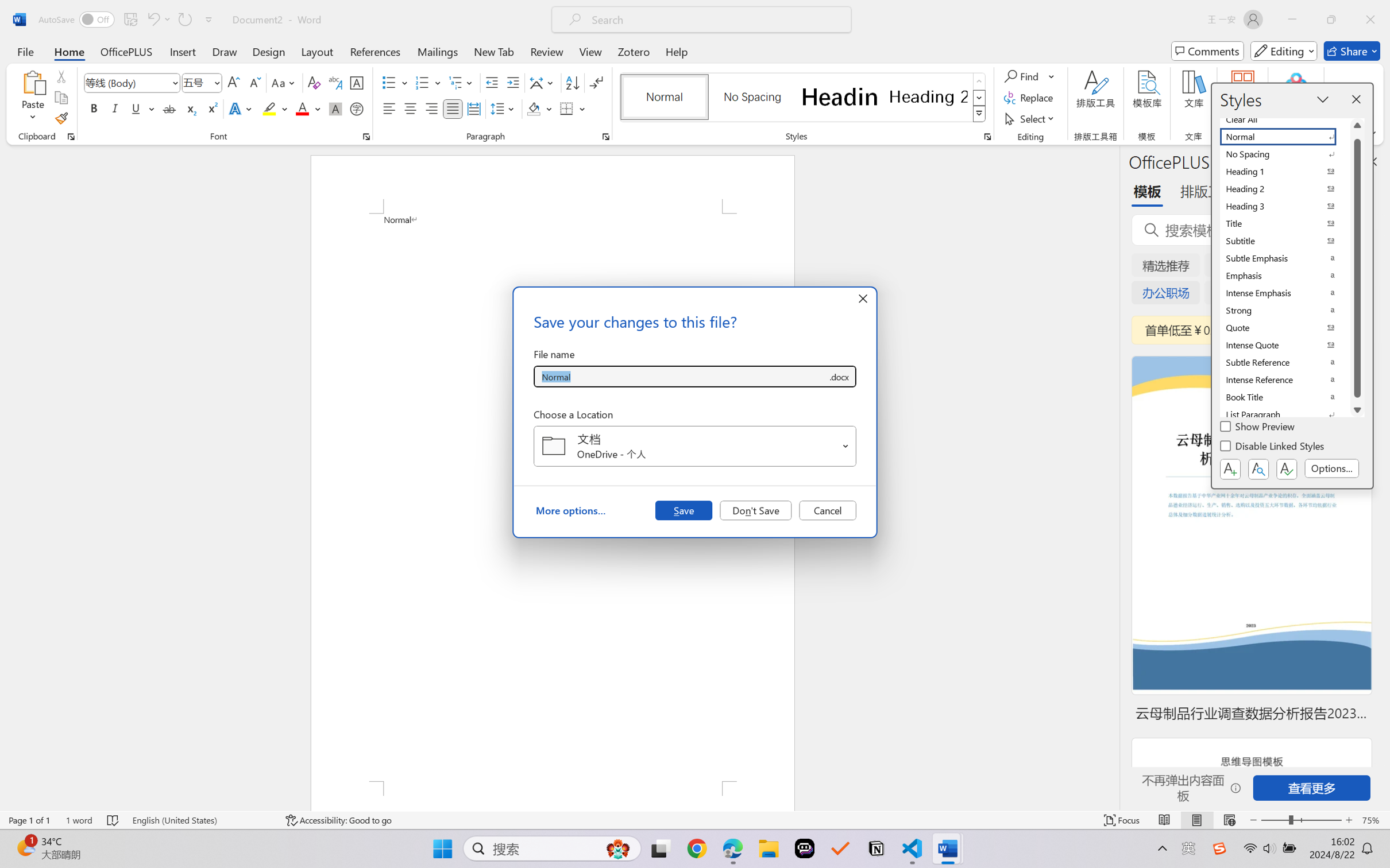  I want to click on 'Save as type', so click(838, 377).